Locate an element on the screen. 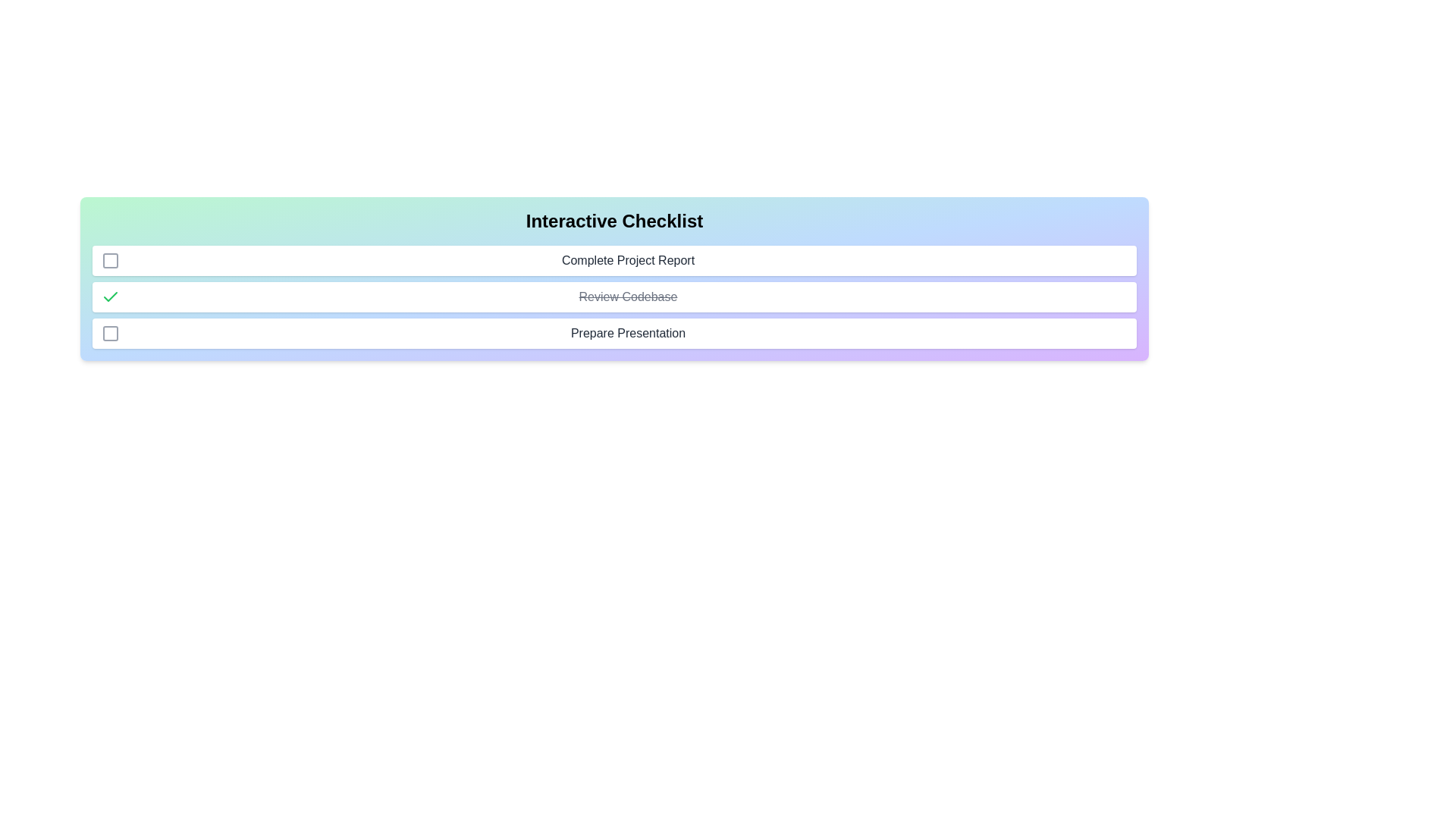  the label of the task Prepare Presentation to focus or interact with it is located at coordinates (628, 332).